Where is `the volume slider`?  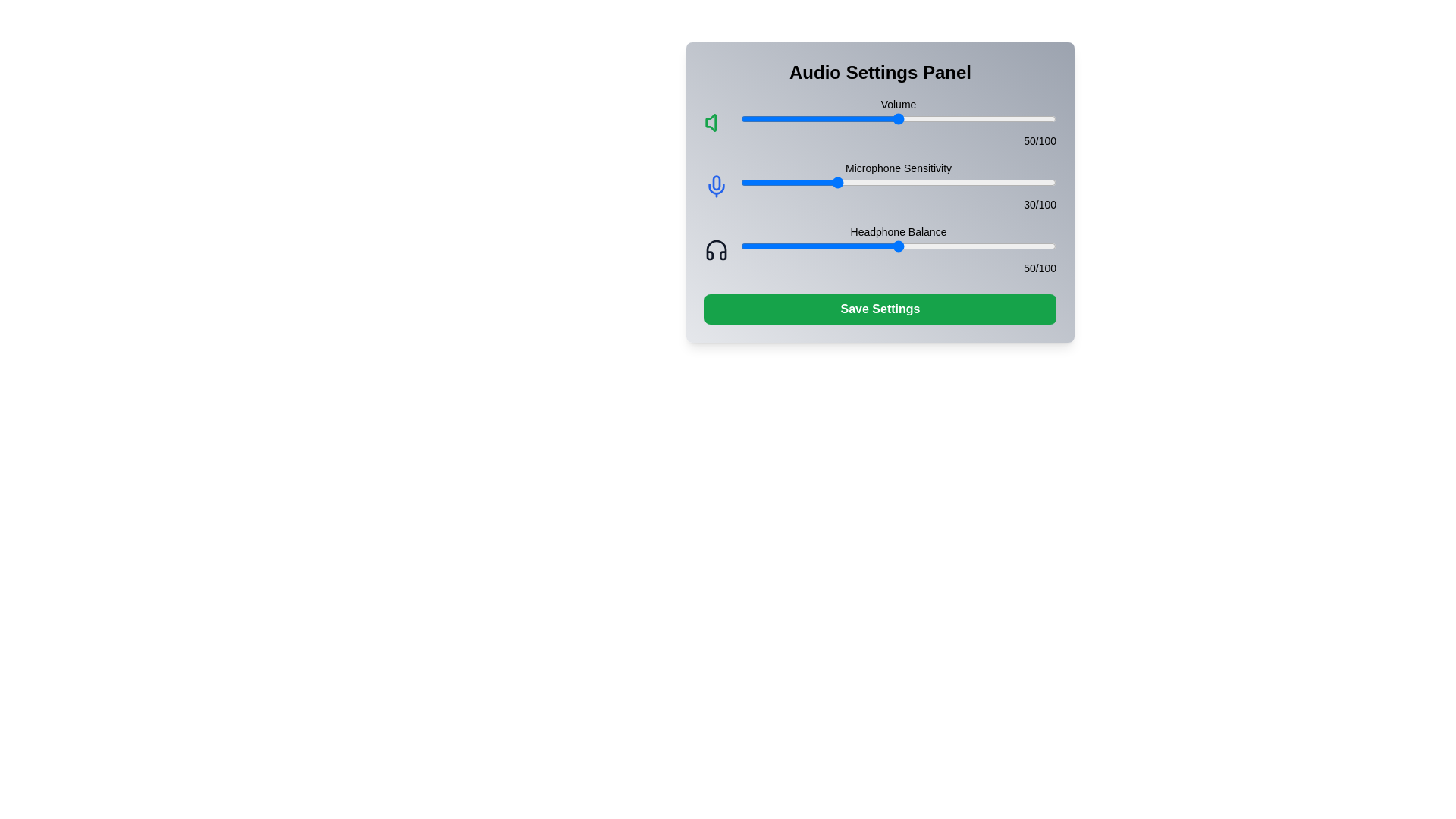 the volume slider is located at coordinates (926, 118).